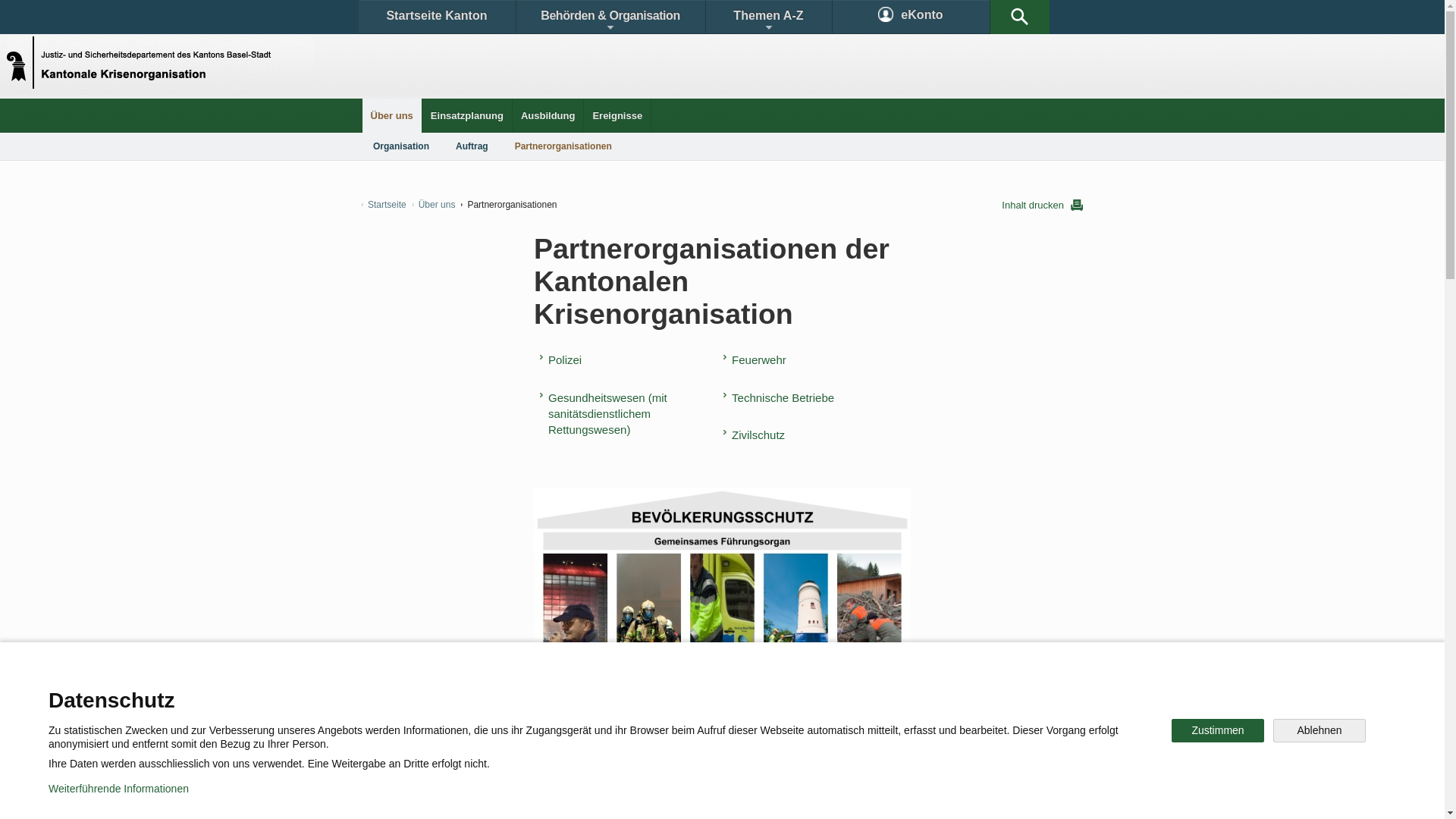 The height and width of the screenshot is (819, 1456). What do you see at coordinates (758, 435) in the screenshot?
I see `'Zivilschutz'` at bounding box center [758, 435].